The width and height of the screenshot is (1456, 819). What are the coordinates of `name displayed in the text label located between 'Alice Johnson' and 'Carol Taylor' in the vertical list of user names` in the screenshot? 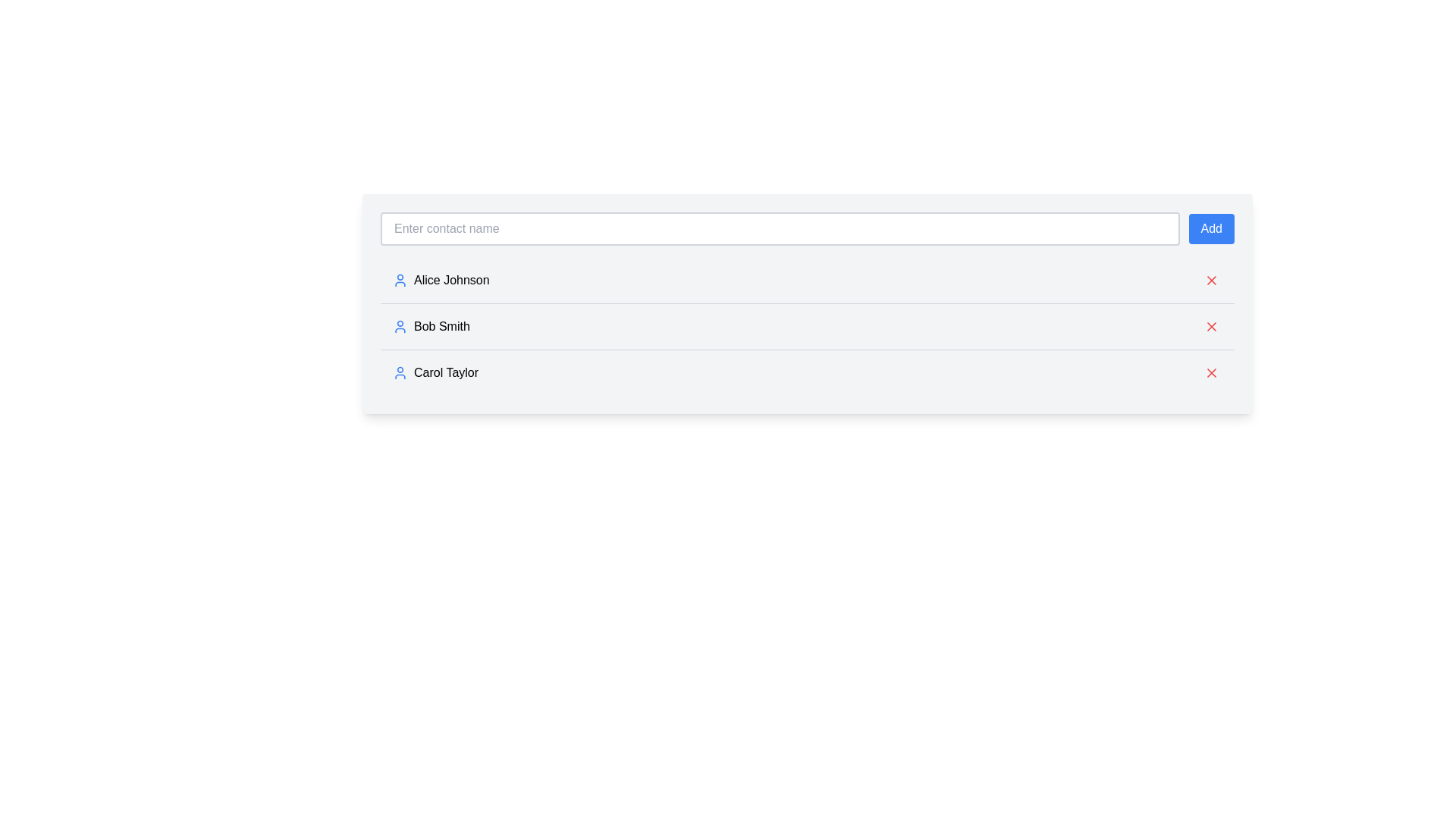 It's located at (430, 326).